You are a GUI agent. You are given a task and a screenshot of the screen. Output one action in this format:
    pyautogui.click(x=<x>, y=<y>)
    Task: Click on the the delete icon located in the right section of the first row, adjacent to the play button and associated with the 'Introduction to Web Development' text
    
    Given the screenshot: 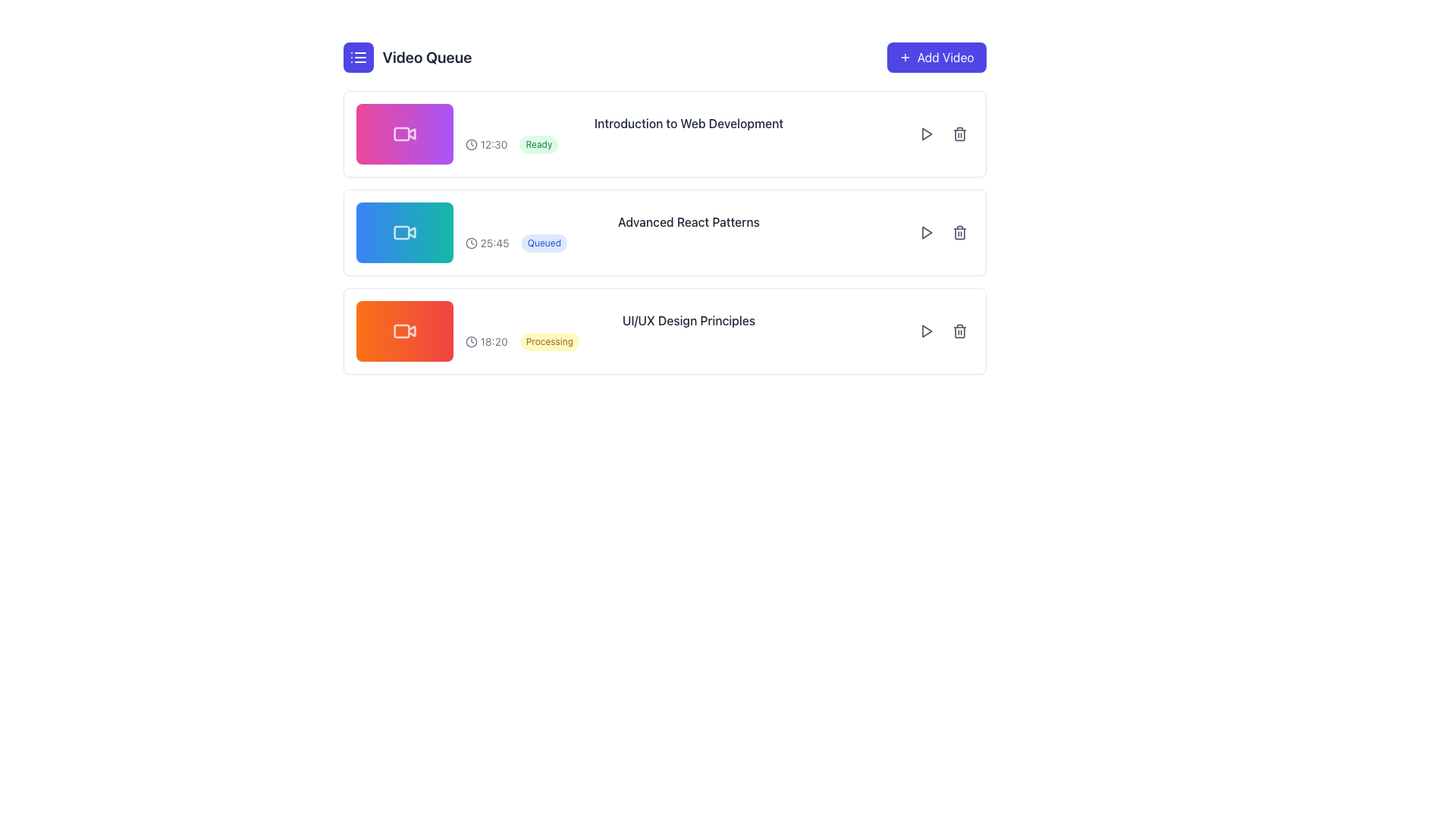 What is the action you would take?
    pyautogui.click(x=959, y=134)
    